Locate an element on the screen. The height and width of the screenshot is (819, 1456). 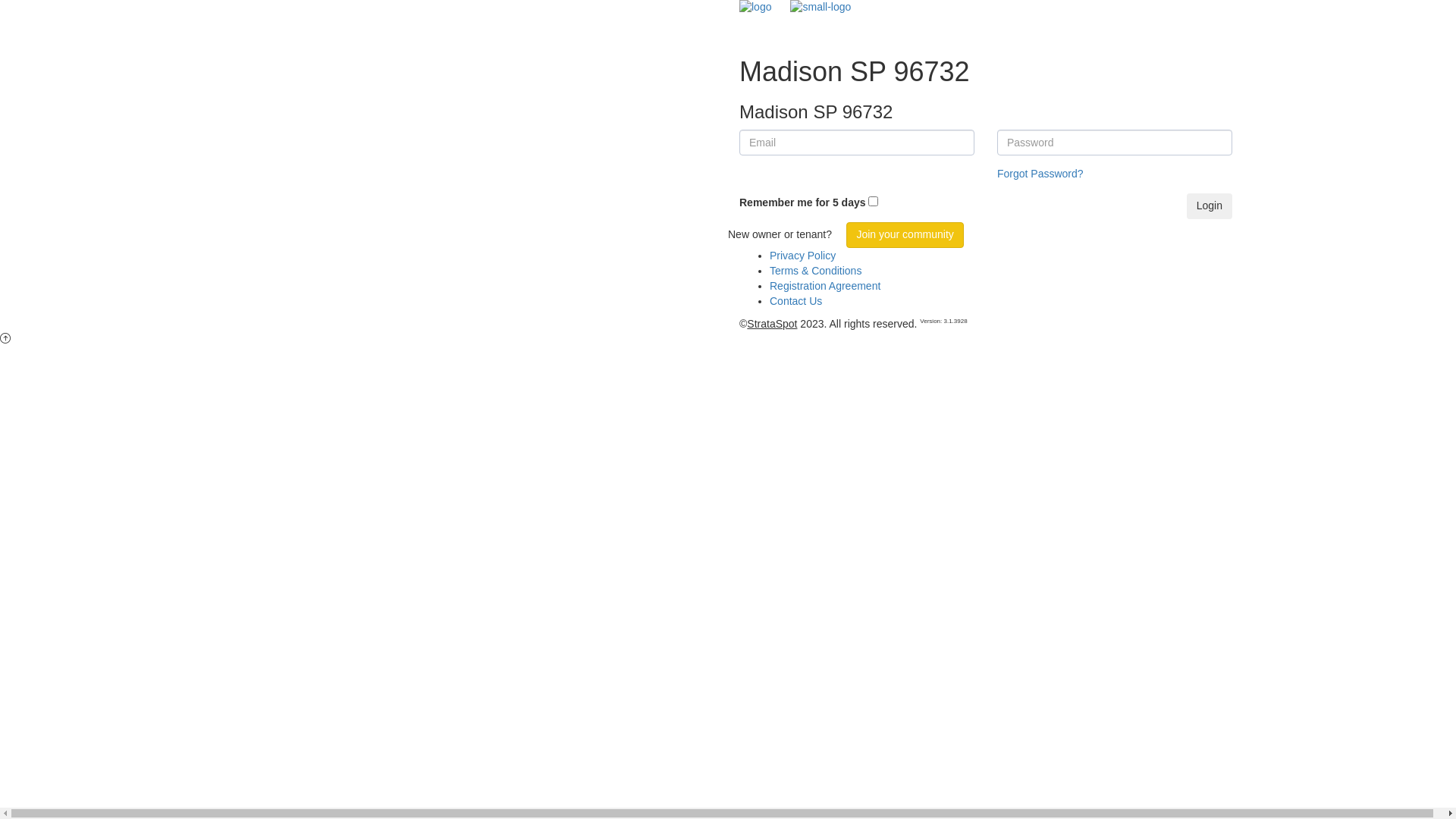
'Contact Us' is located at coordinates (769, 301).